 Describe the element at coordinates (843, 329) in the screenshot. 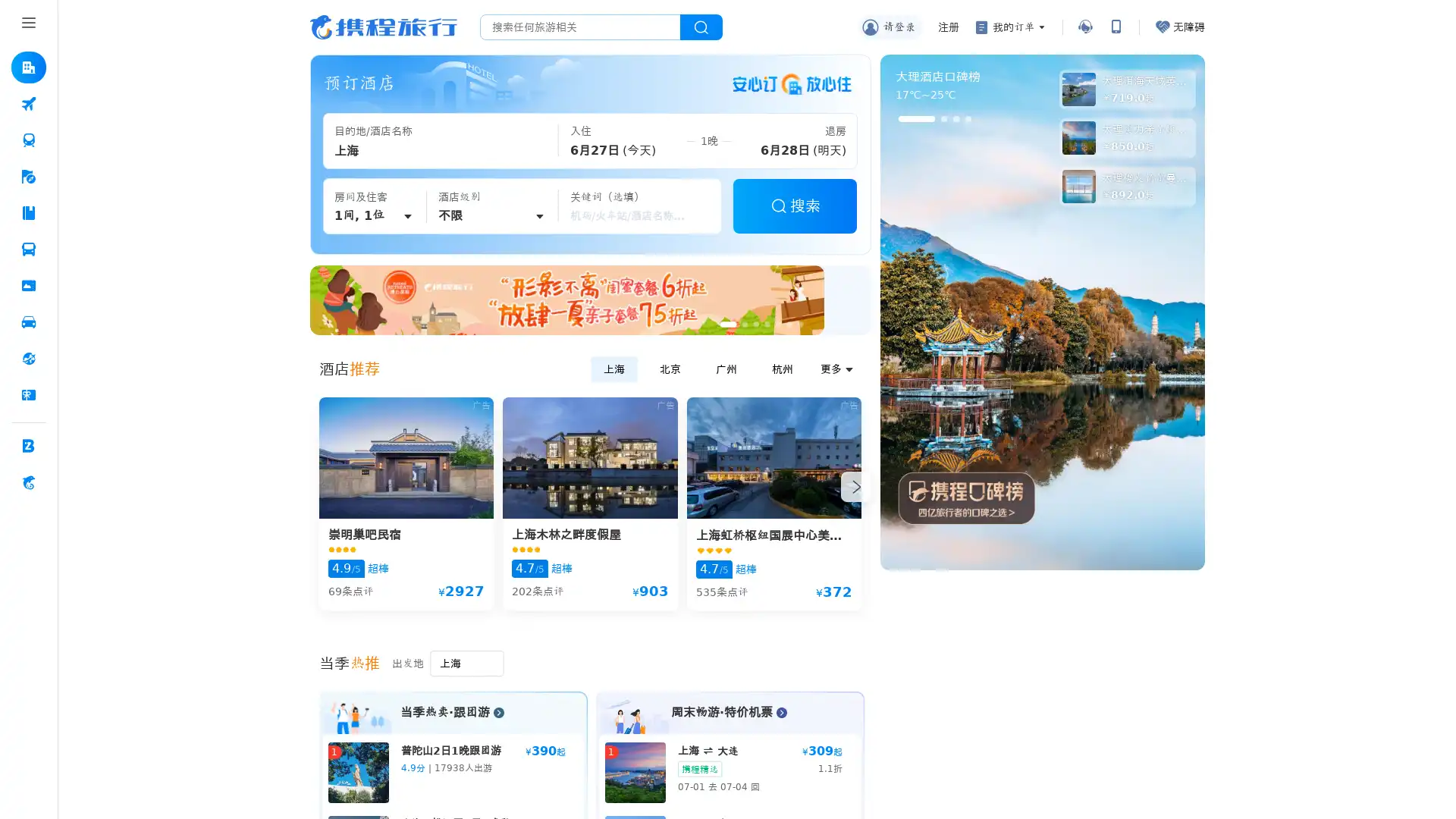

I see `Go to slide 7` at that location.